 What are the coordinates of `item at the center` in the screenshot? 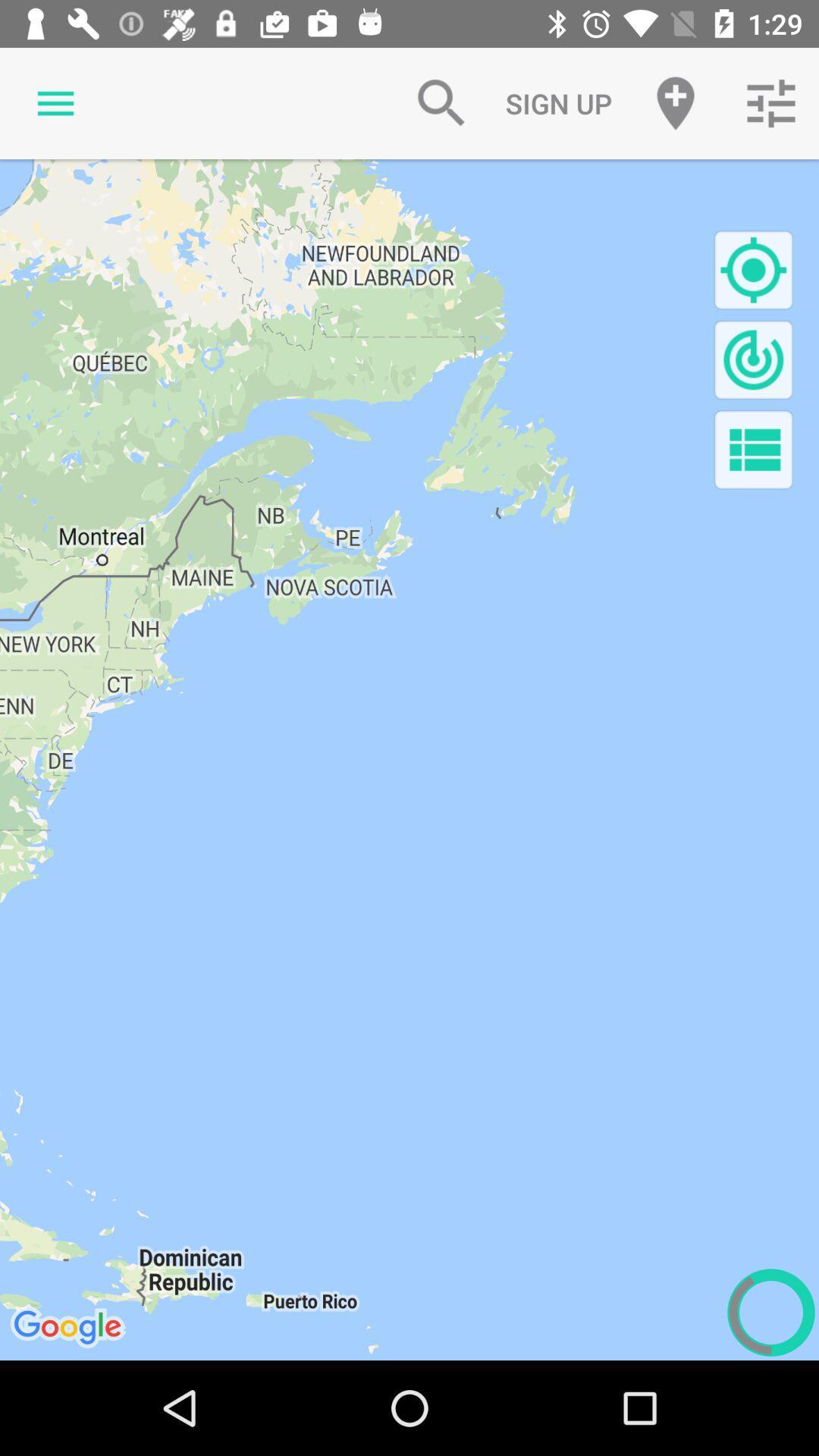 It's located at (409, 760).